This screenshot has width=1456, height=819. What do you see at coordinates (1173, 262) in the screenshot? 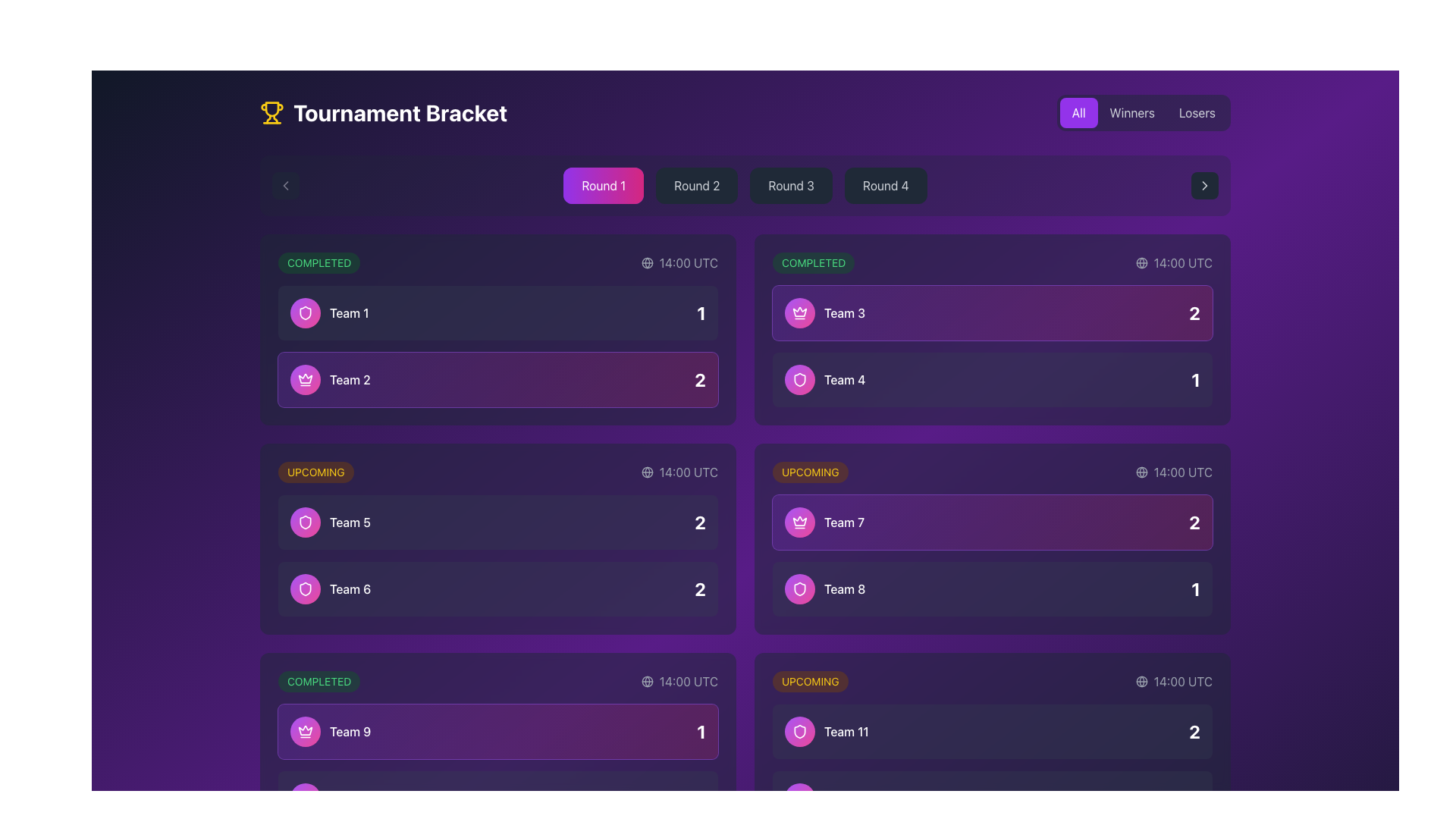
I see `the label displaying '14:00 UTC' with a globe icon, located near the top-right corner of the 'COMPLETED' section` at bounding box center [1173, 262].